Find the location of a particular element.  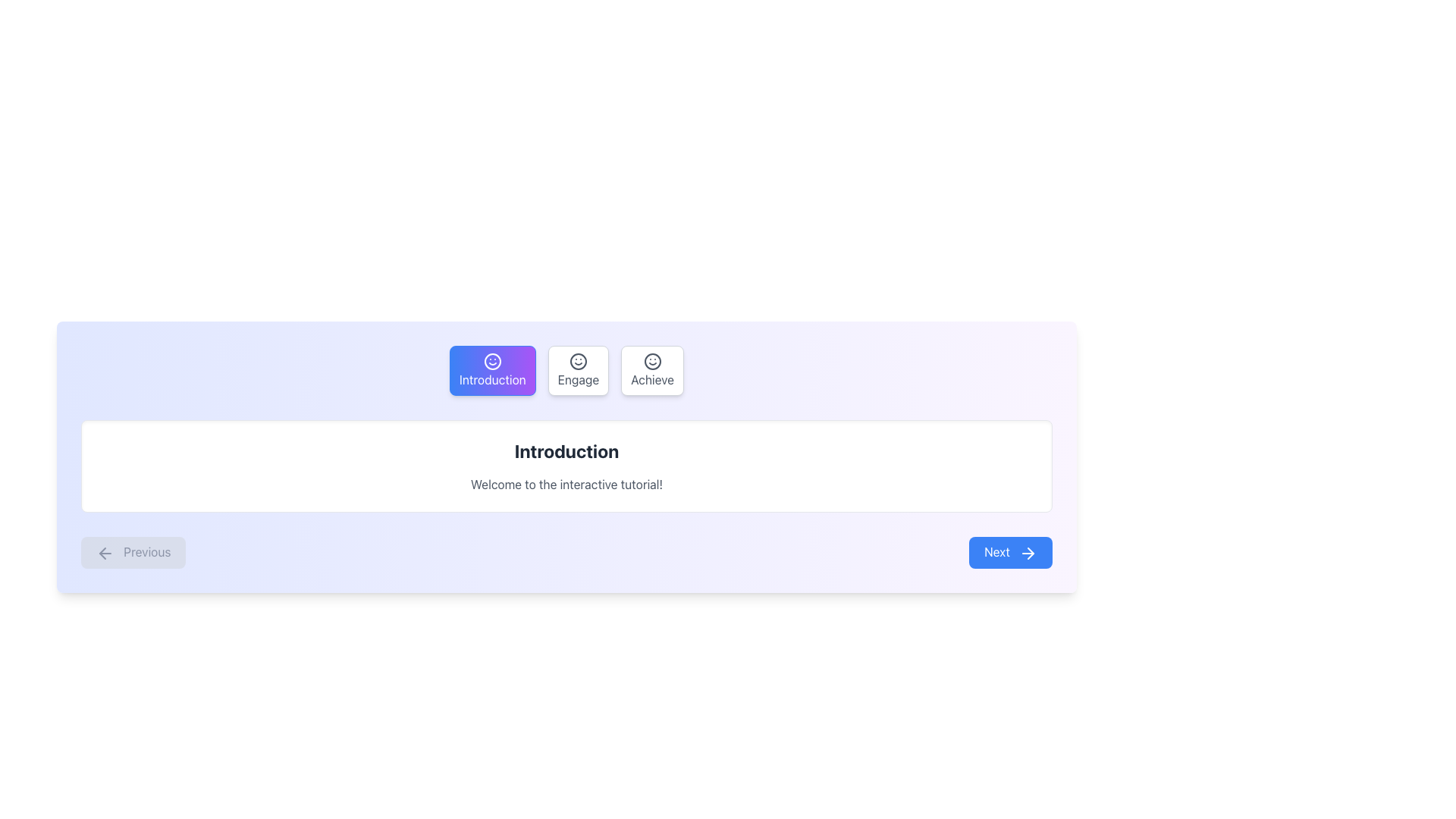

the first button in the horizontal menu, which has a gradient background from blue to purple and contains a smiling face icon above the word 'Introduction' in white text is located at coordinates (492, 371).